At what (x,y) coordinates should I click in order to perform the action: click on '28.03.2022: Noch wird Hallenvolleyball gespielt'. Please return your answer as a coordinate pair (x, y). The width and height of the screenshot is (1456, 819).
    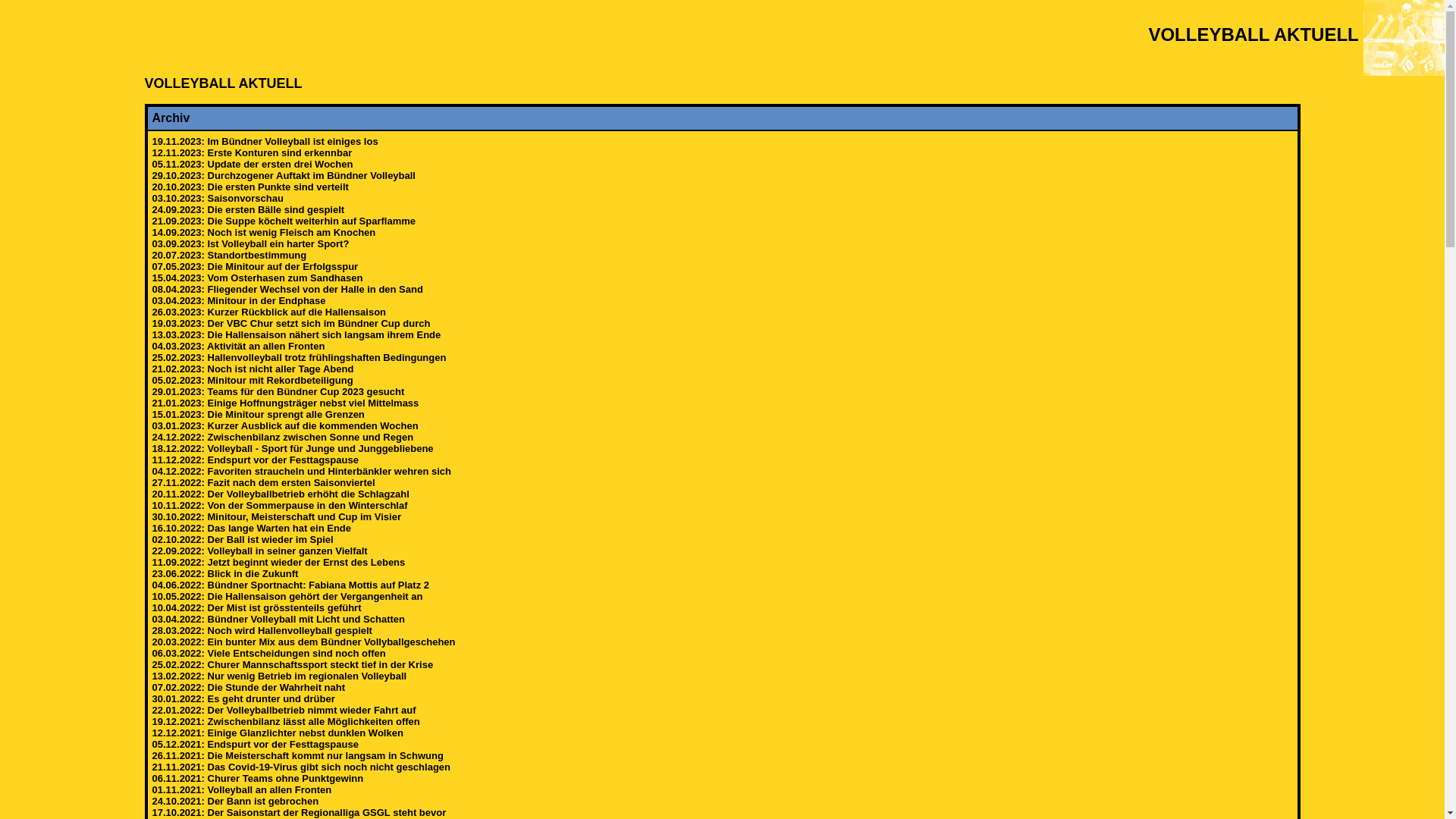
    Looking at the image, I should click on (262, 630).